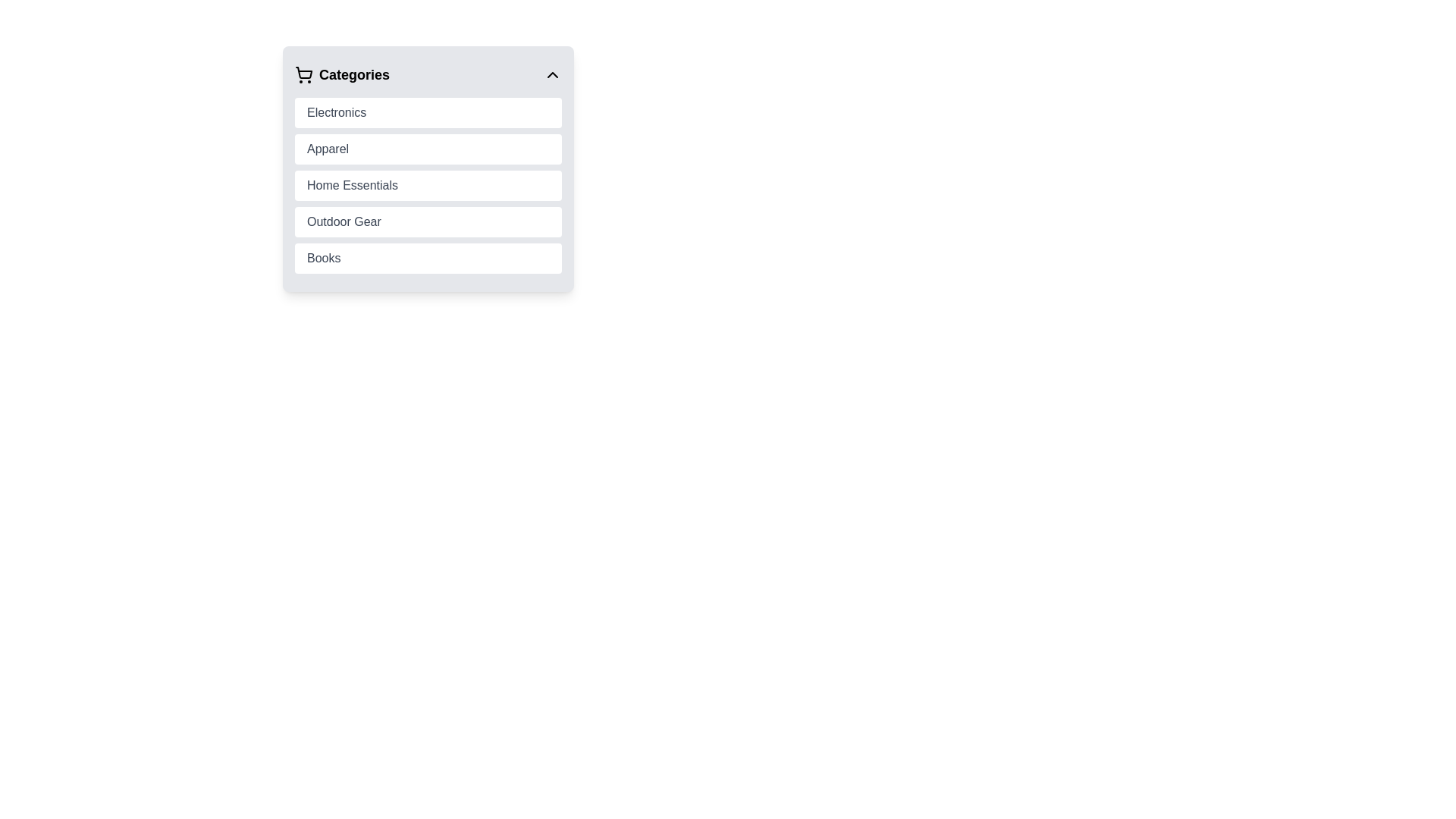  I want to click on the 'Categories' label with a shopping cart icon, so click(341, 75).